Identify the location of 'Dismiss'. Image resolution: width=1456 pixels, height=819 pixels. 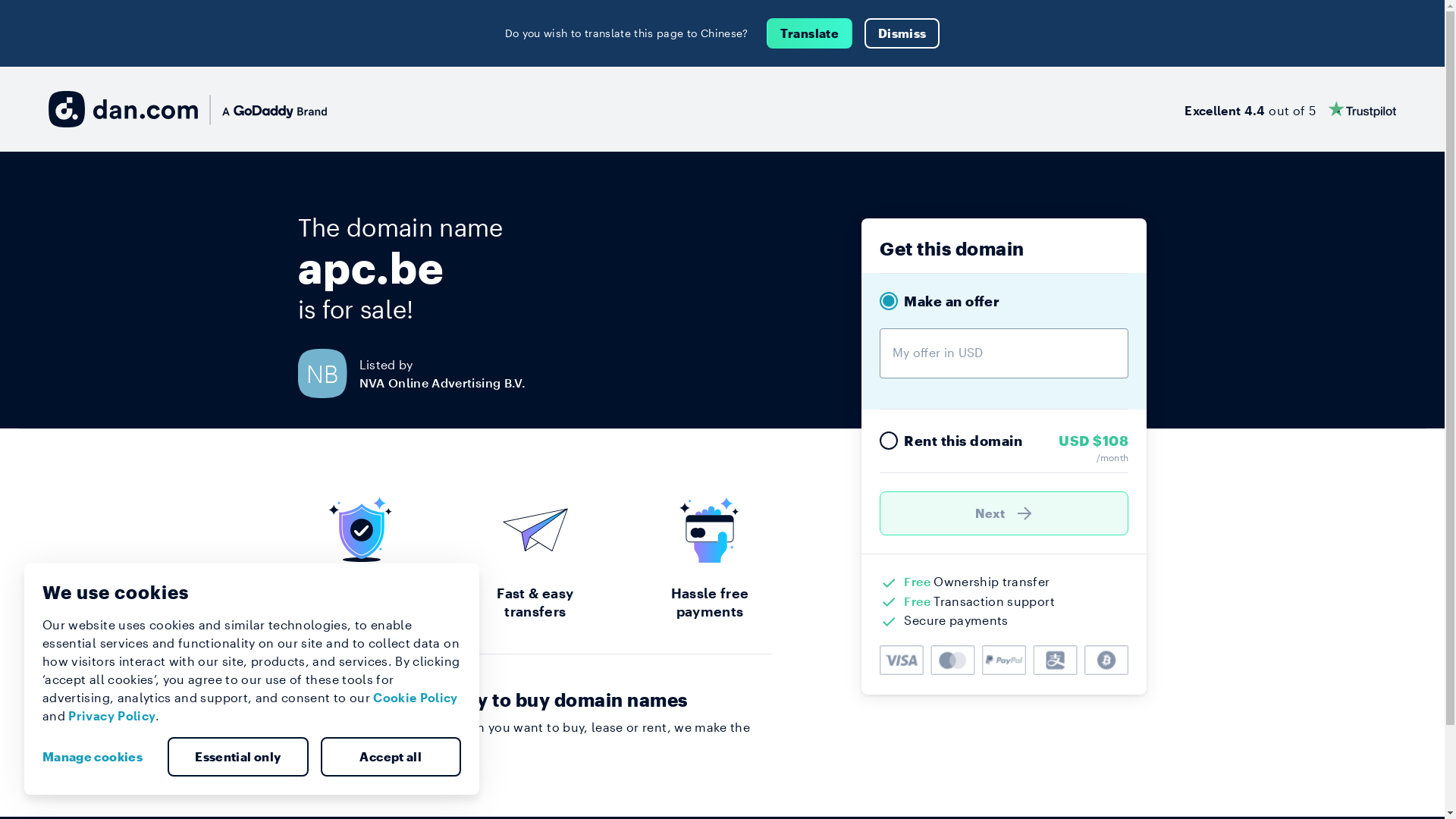
(864, 33).